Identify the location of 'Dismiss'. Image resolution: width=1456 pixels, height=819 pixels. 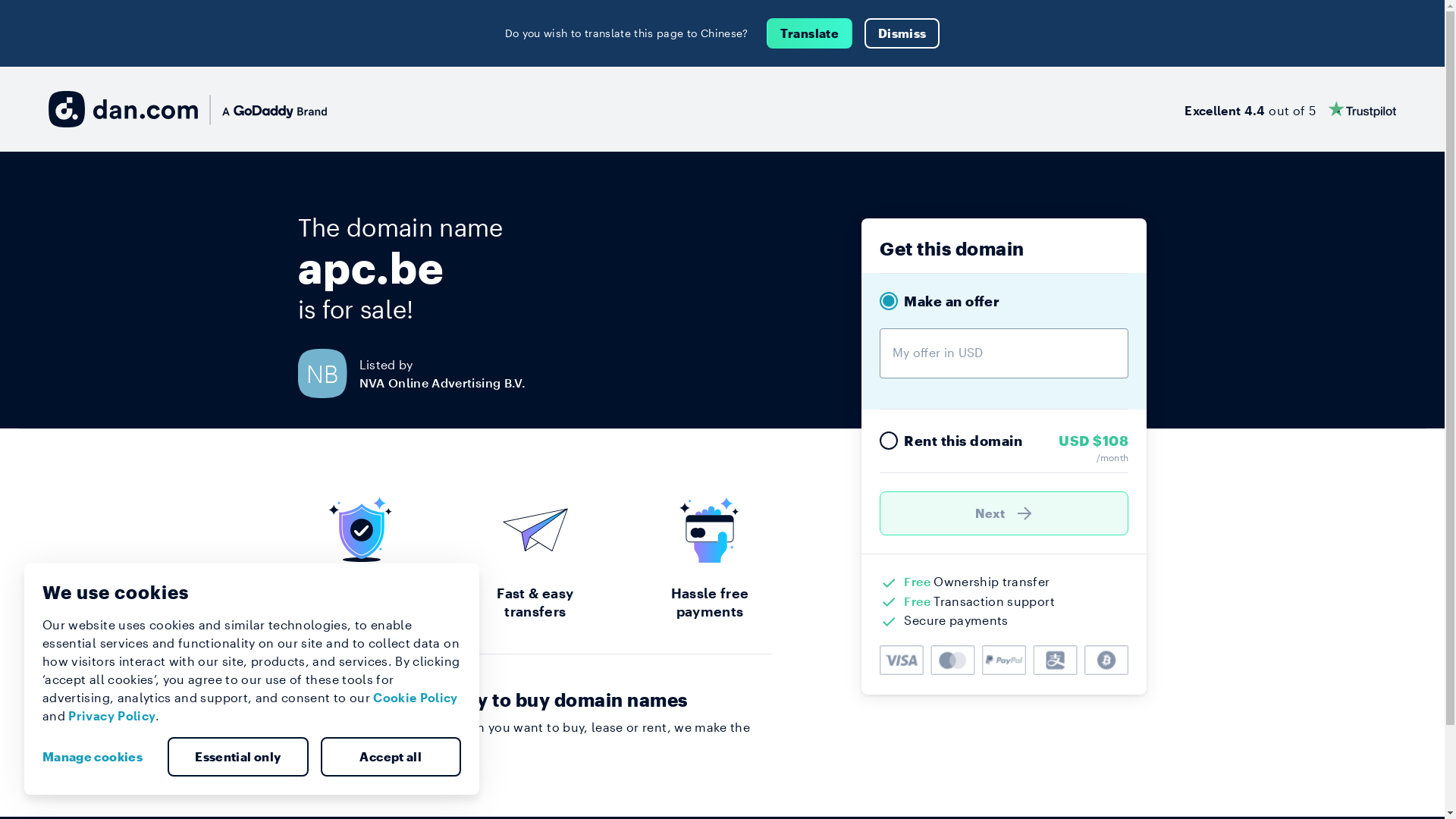
(864, 33).